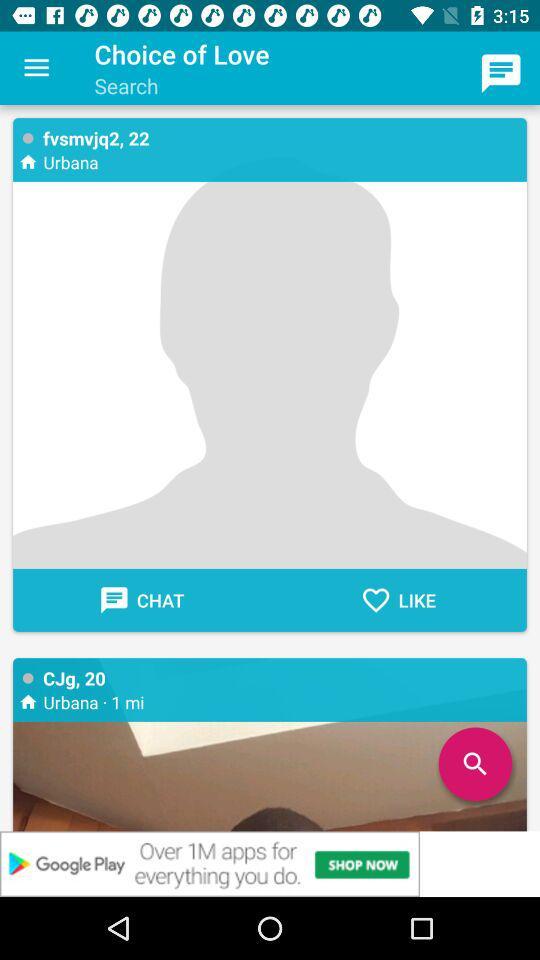 The image size is (540, 960). What do you see at coordinates (474, 763) in the screenshot?
I see `the search icon` at bounding box center [474, 763].